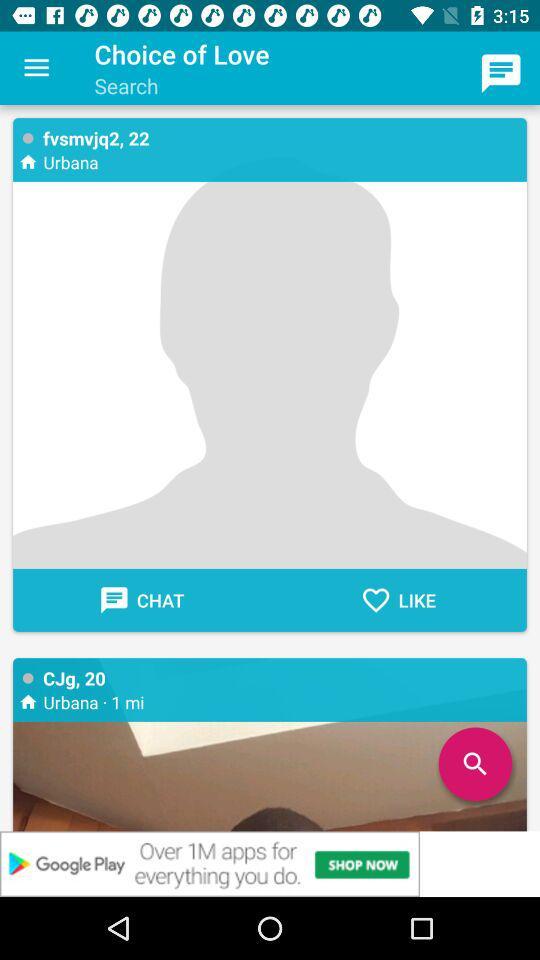 The image size is (540, 960). What do you see at coordinates (474, 763) in the screenshot?
I see `the search icon` at bounding box center [474, 763].